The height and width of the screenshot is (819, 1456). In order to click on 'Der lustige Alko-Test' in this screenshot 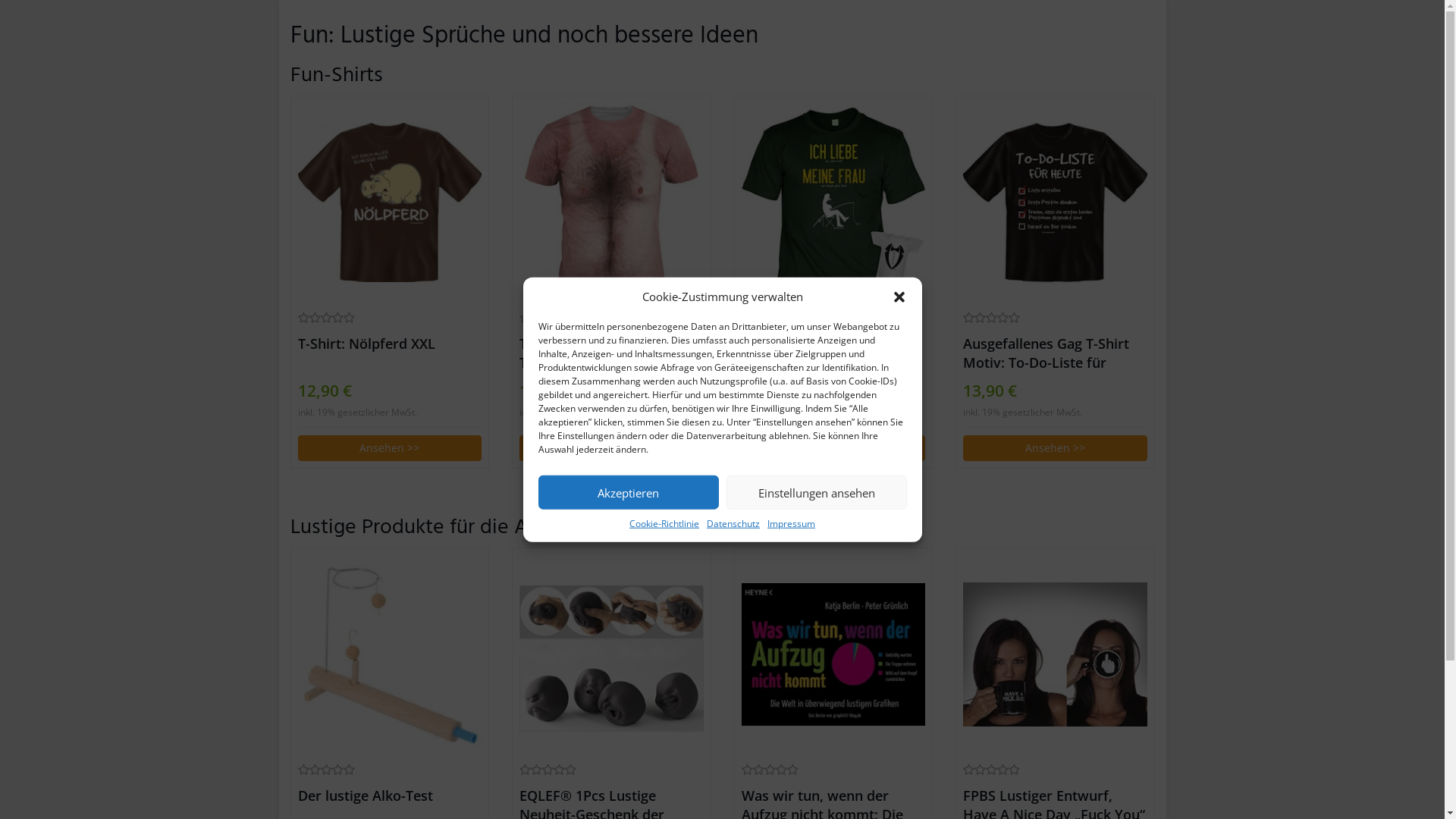, I will do `click(389, 653)`.